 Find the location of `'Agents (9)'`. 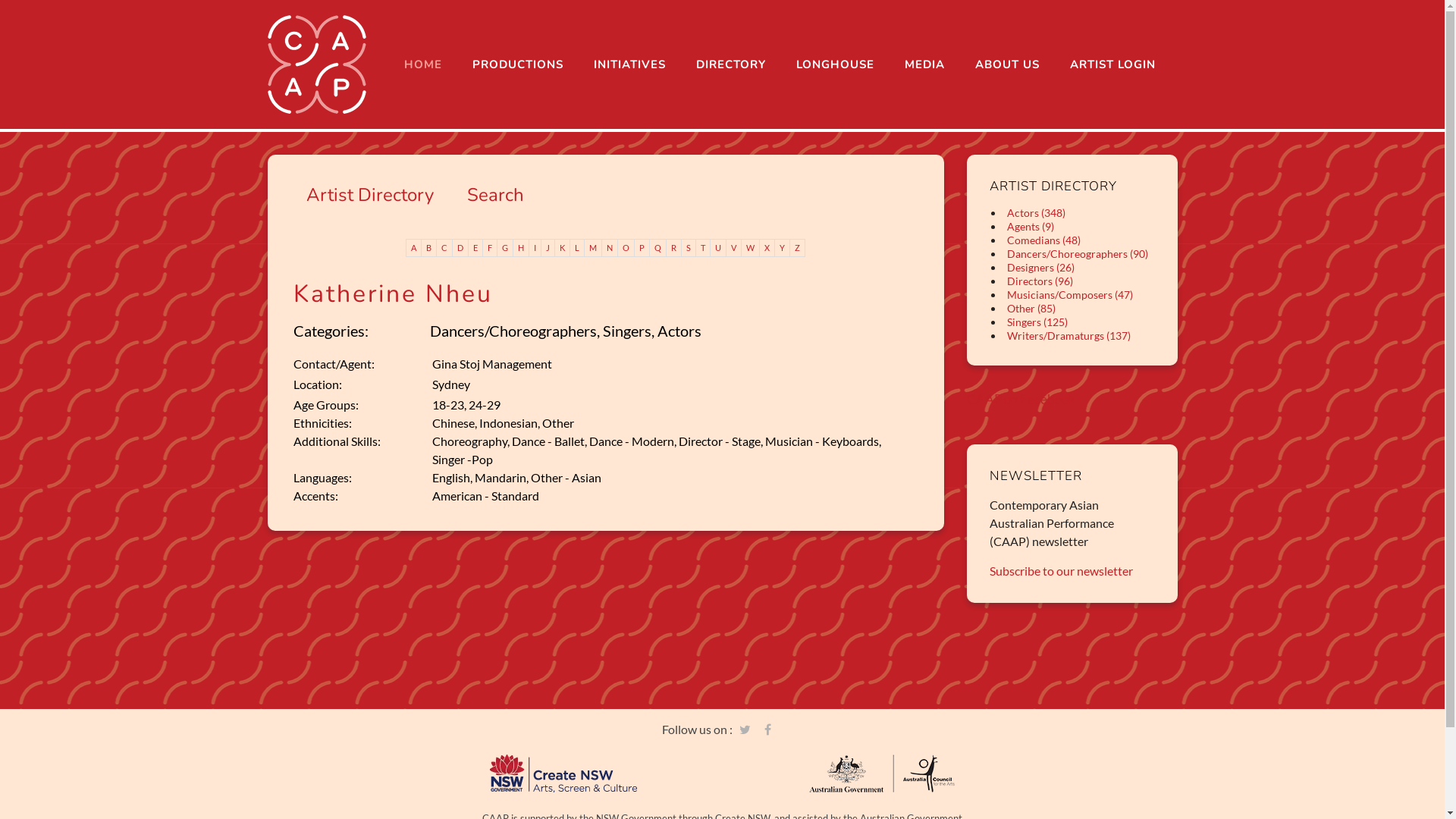

'Agents (9)' is located at coordinates (1030, 226).